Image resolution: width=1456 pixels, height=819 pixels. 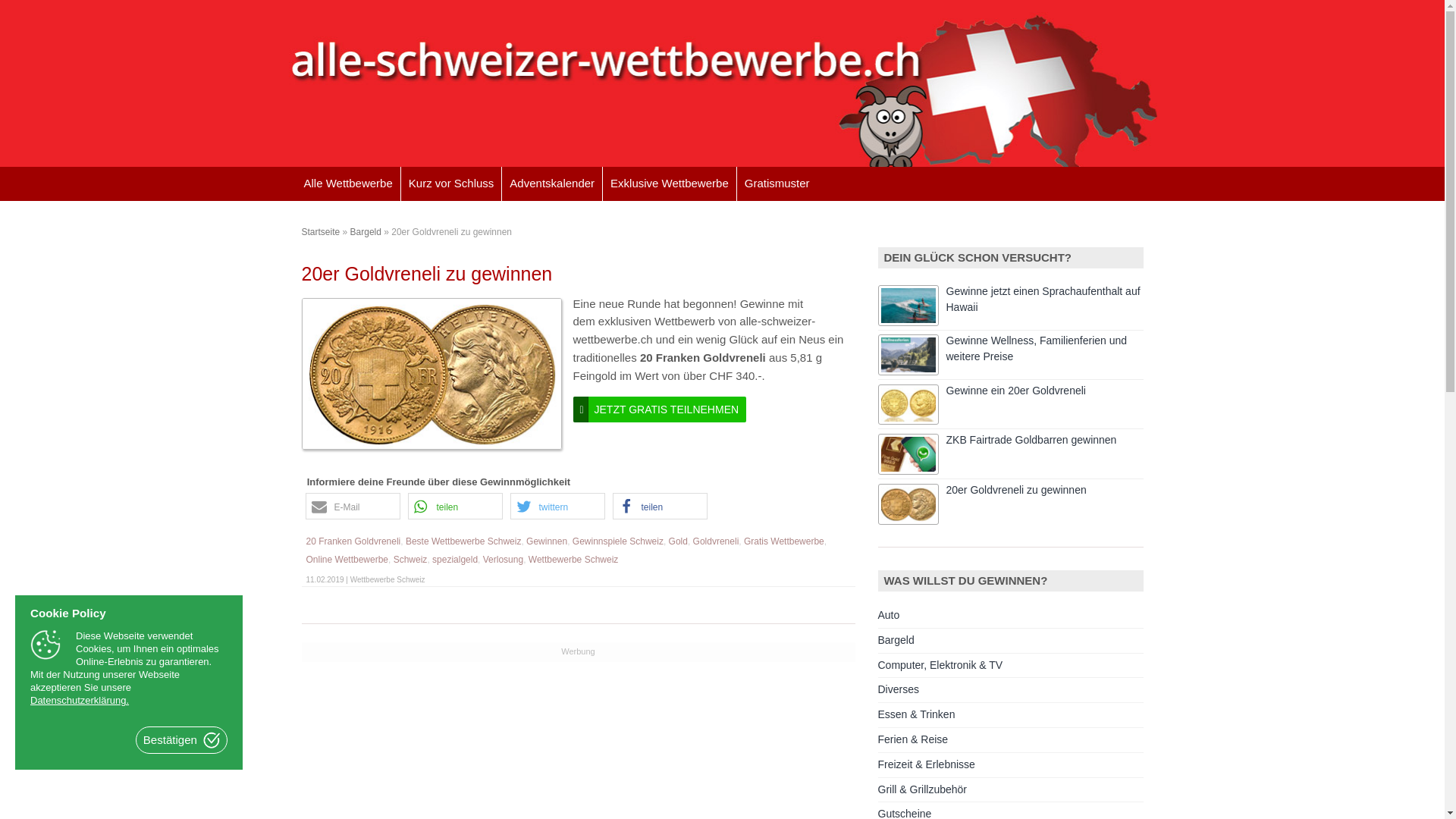 What do you see at coordinates (899, 689) in the screenshot?
I see `'Diverses'` at bounding box center [899, 689].